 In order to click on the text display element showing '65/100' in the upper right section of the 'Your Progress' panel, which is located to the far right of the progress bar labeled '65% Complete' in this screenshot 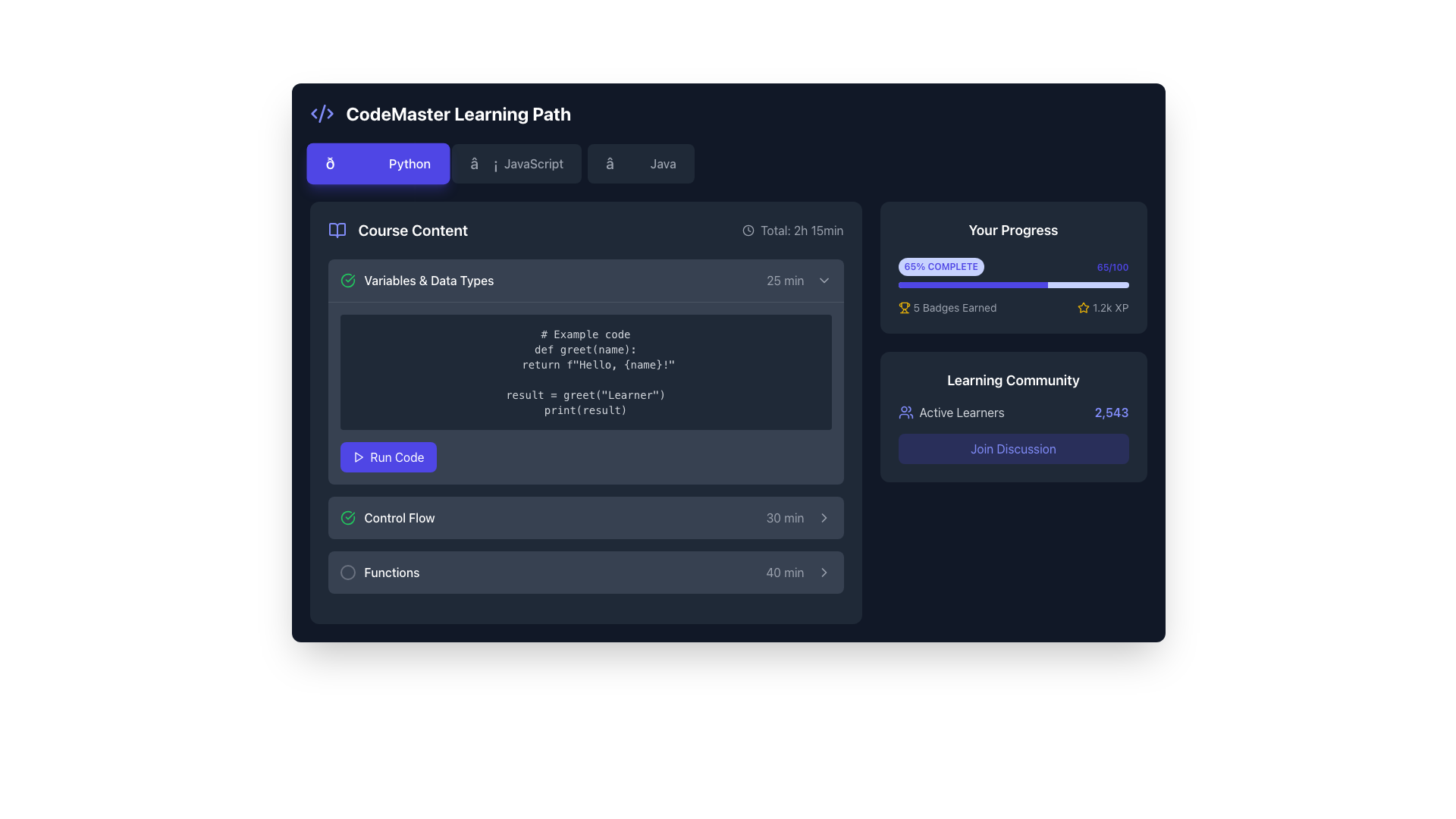, I will do `click(1112, 265)`.